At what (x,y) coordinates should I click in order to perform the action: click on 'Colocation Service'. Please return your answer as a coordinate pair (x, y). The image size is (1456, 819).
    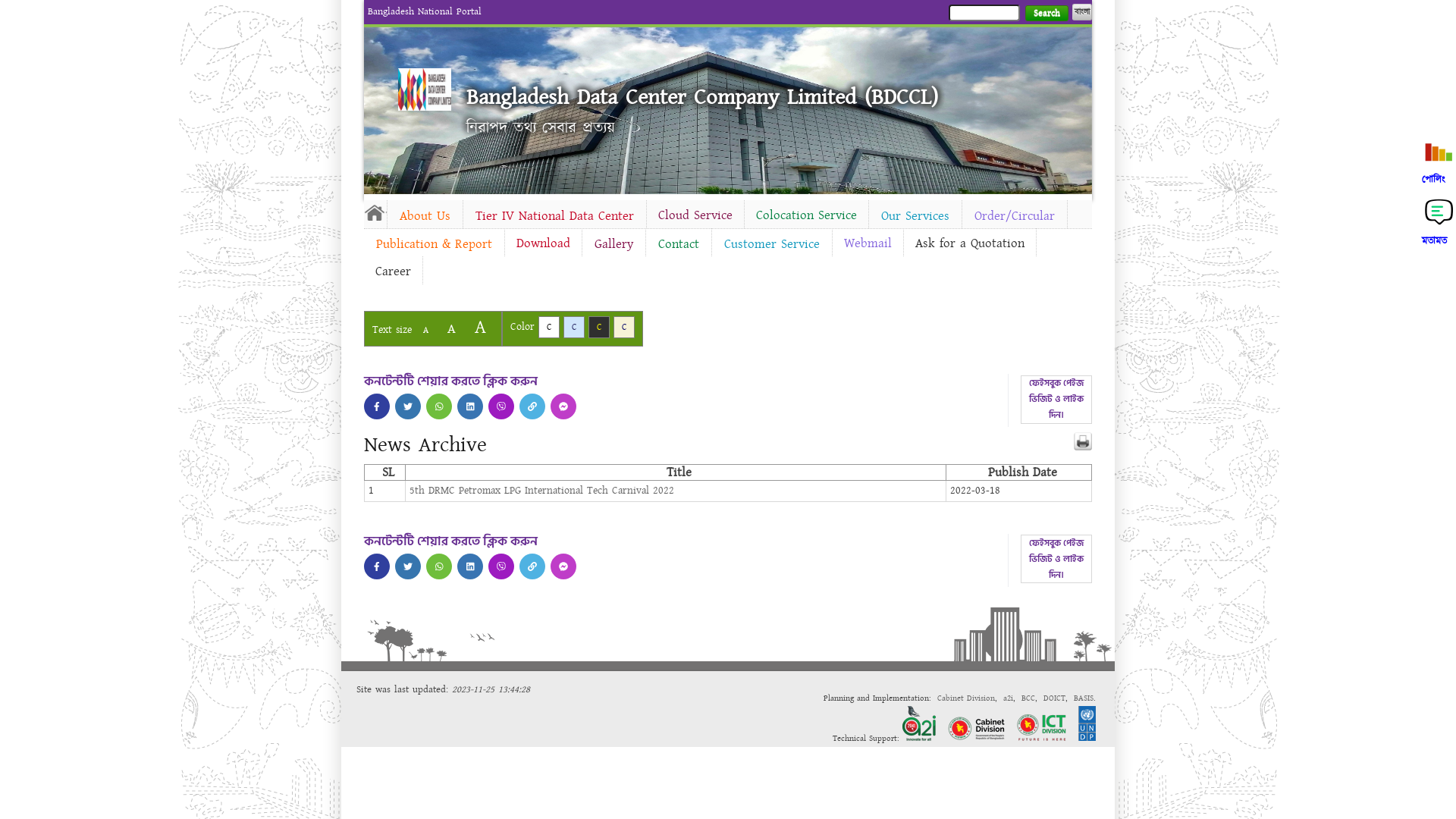
    Looking at the image, I should click on (745, 215).